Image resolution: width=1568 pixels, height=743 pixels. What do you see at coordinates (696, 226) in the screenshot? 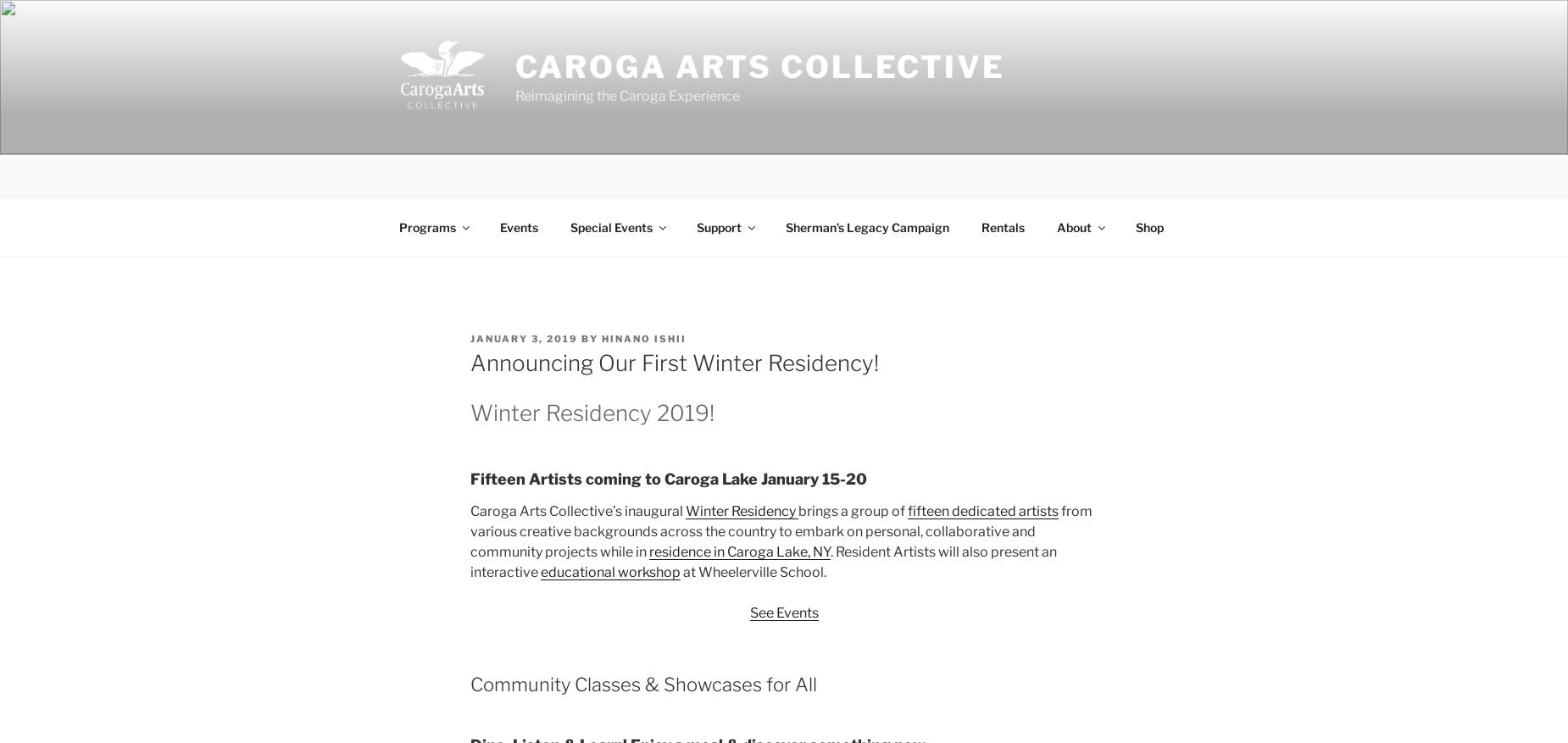
I see `'Support'` at bounding box center [696, 226].